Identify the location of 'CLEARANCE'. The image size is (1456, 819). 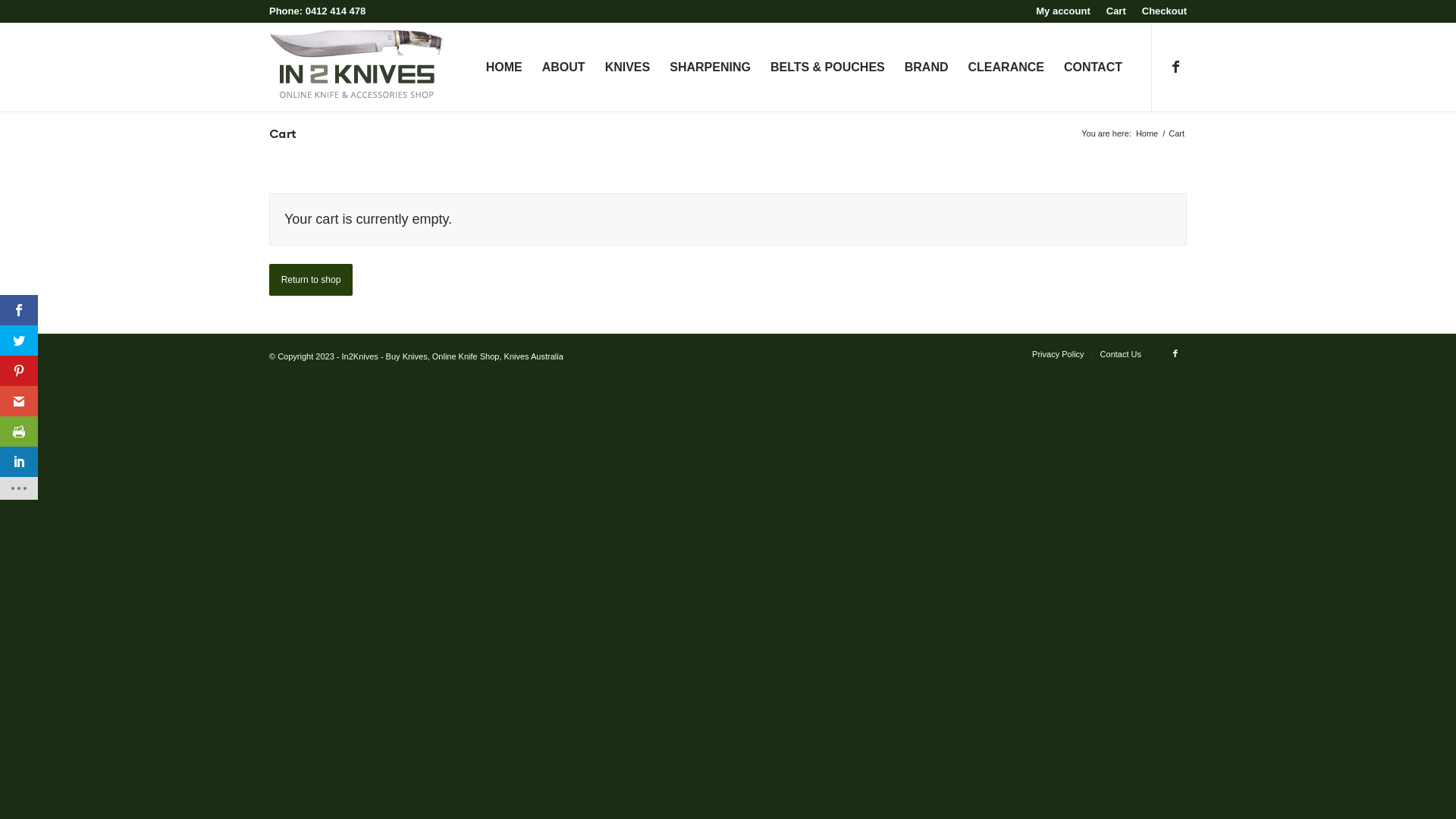
(1006, 66).